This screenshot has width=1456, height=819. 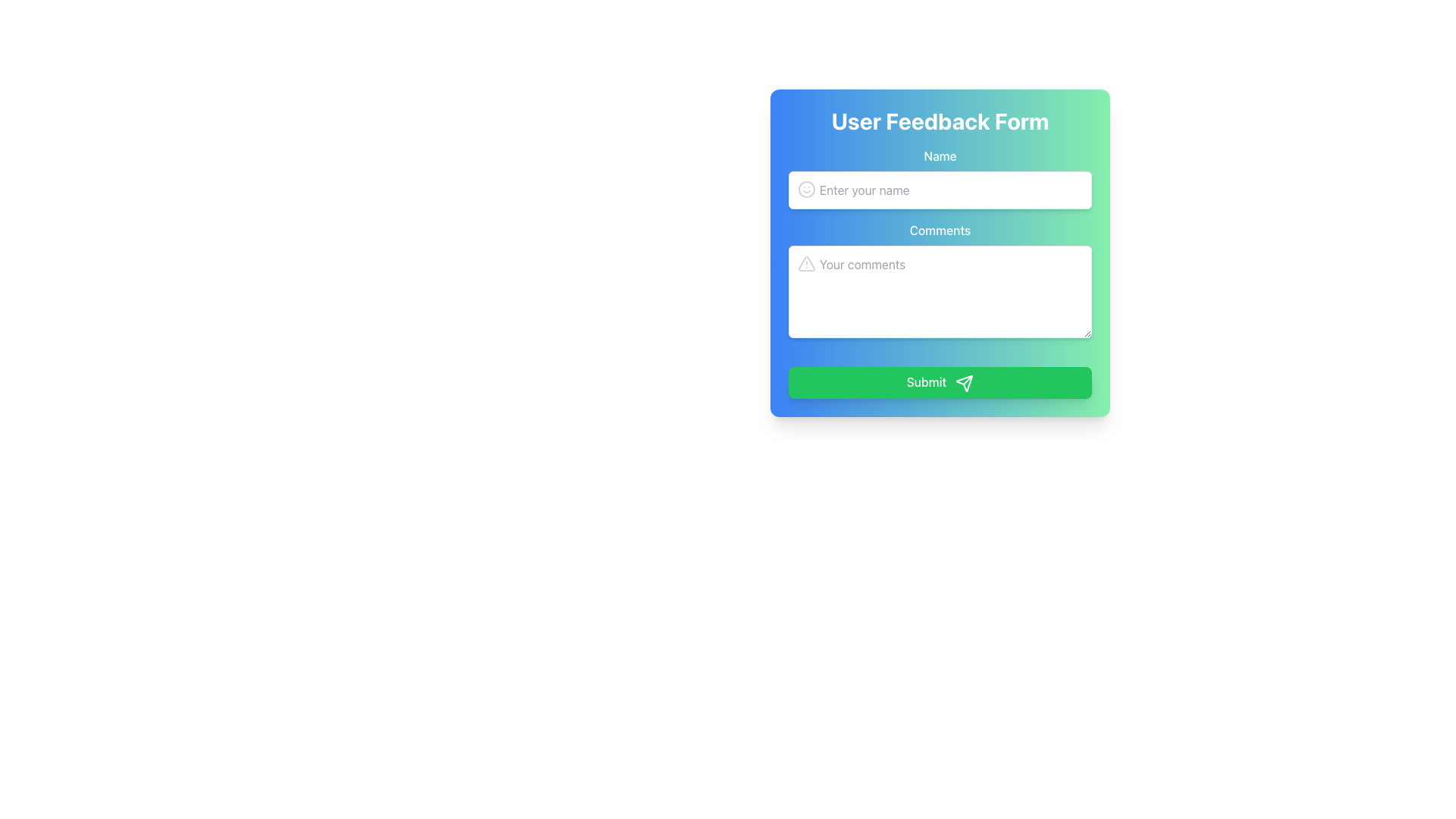 What do you see at coordinates (964, 382) in the screenshot?
I see `the paper airplane icon located inside the green 'Submit' button at the bottom center of the feedback form interface` at bounding box center [964, 382].